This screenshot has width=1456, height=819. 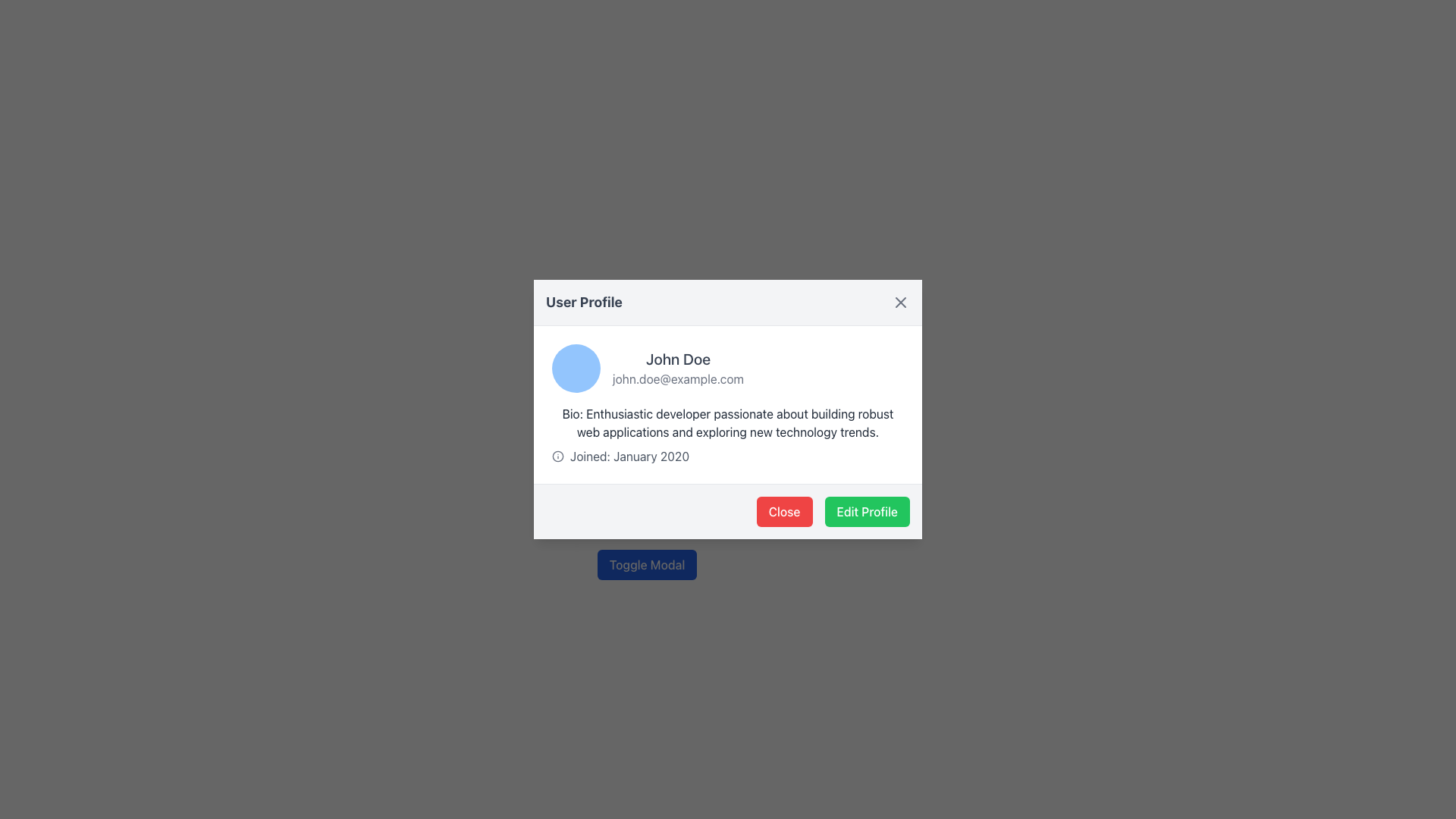 What do you see at coordinates (647, 564) in the screenshot?
I see `the 'Toggle Modal' button, which is a rectangular button with a blue background and white text` at bounding box center [647, 564].